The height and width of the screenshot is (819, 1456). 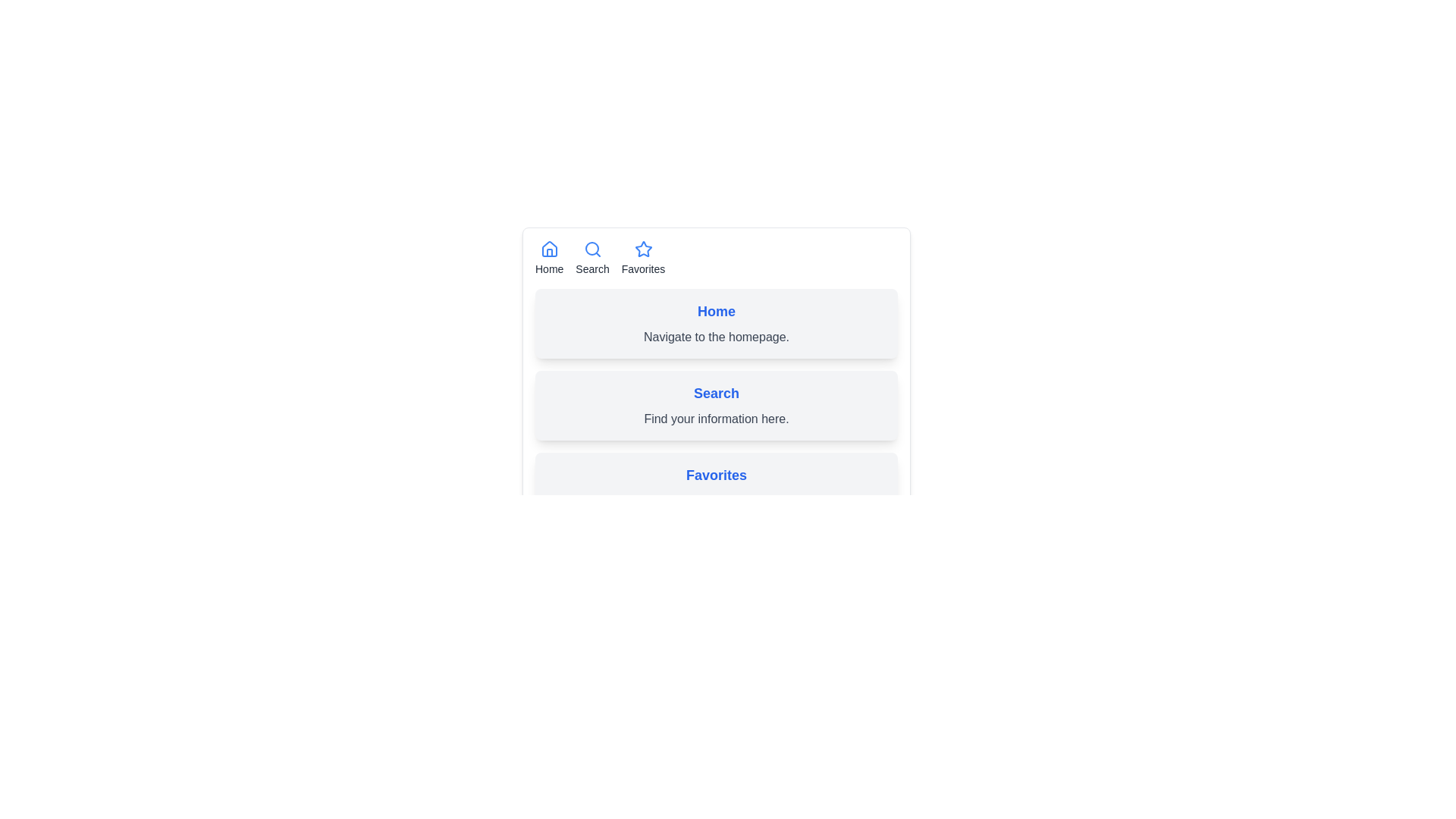 I want to click on the 'Home' text label, which is styled with a small gray font and located under the house icon in the top-left corner of the interface, so click(x=548, y=268).